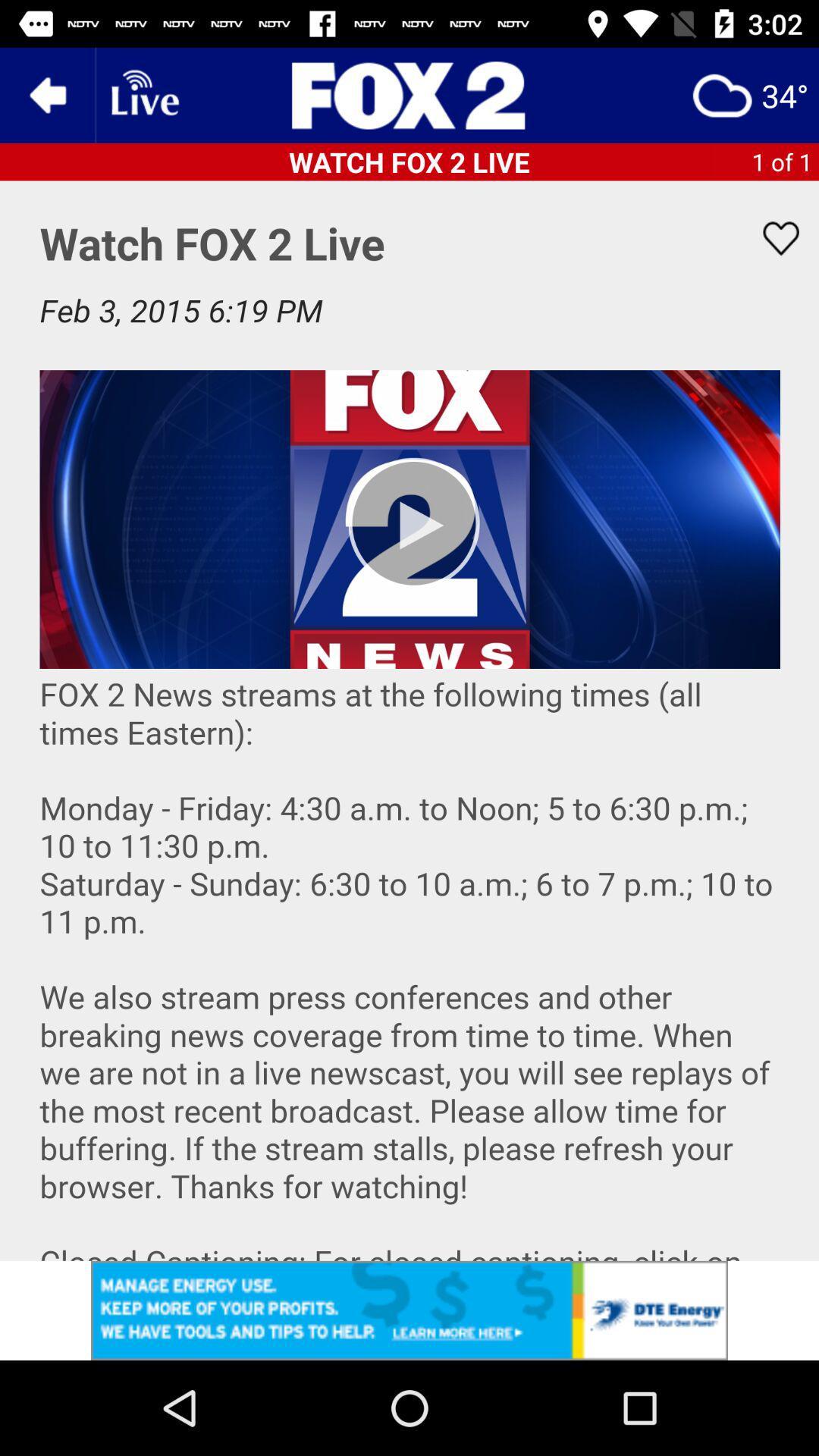  I want to click on live, so click(143, 94).